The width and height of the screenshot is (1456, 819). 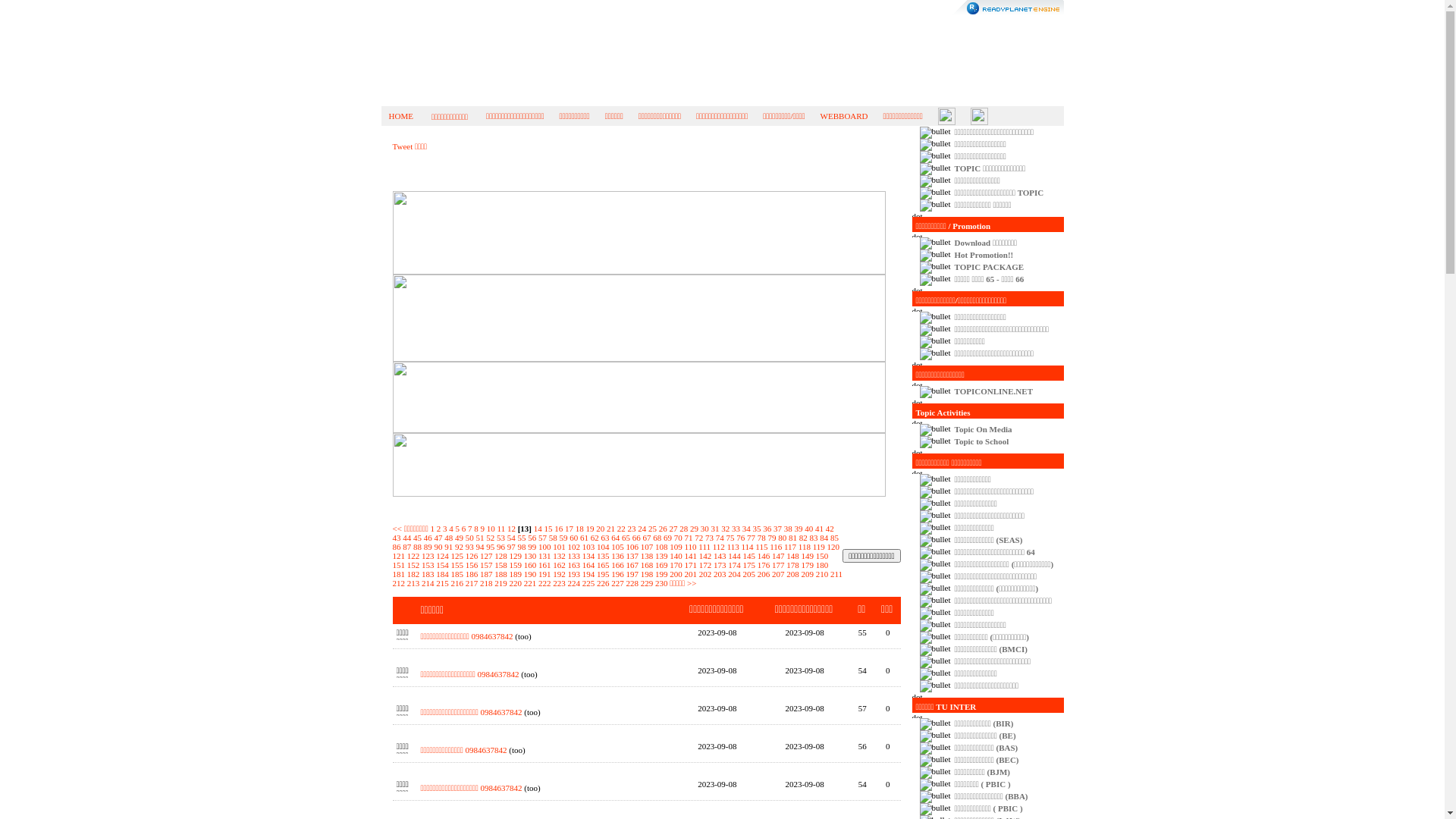 I want to click on '101', so click(x=558, y=547).